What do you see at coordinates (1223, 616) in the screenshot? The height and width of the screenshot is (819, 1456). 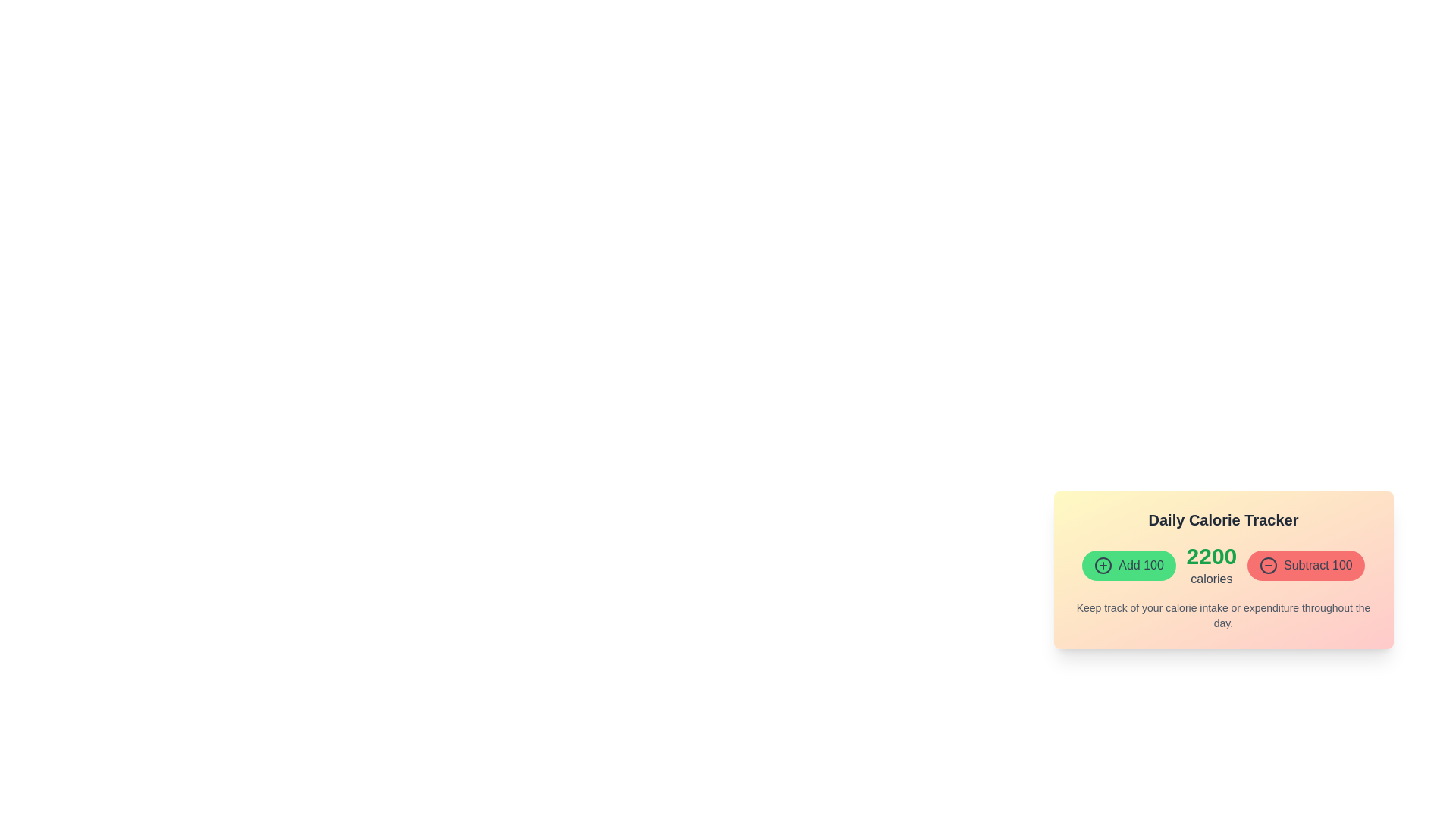 I see `the informational text element located at the bottom of the 'Daily Calorie Tracker' card, which provides guidance about the calorie tracking feature` at bounding box center [1223, 616].